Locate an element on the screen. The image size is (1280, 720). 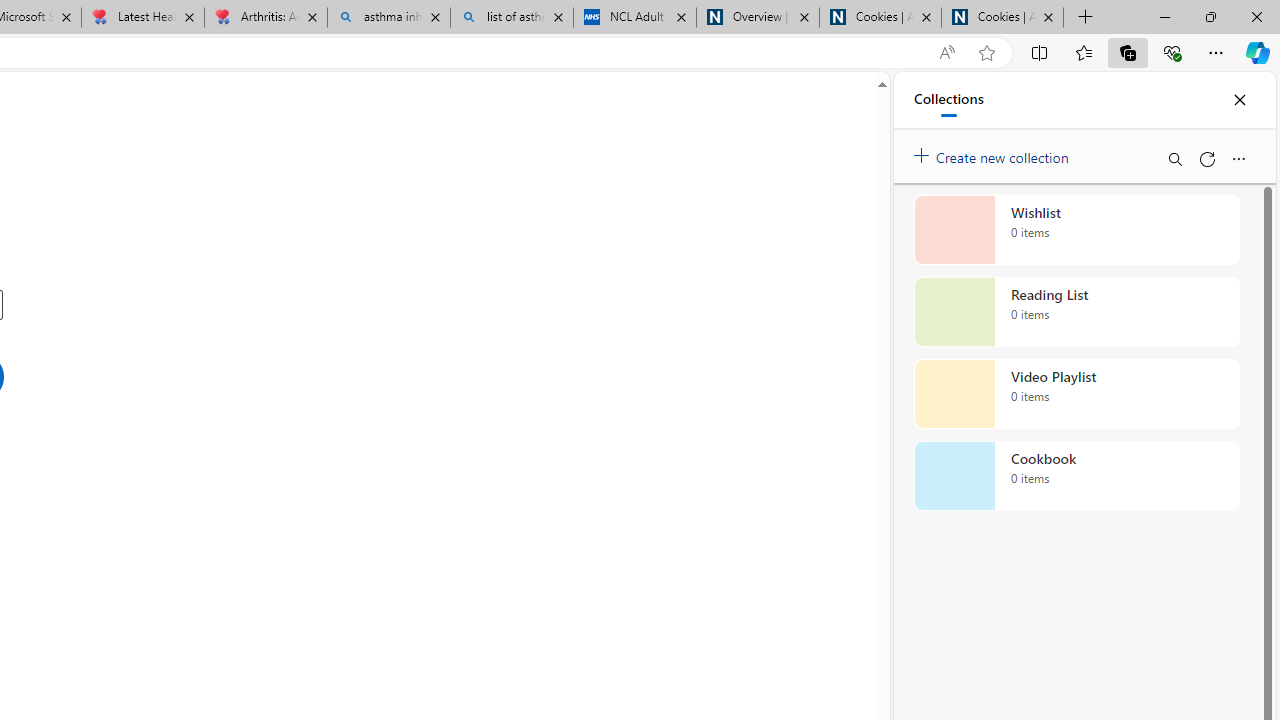
'asthma inhaler - Search' is located at coordinates (389, 17).